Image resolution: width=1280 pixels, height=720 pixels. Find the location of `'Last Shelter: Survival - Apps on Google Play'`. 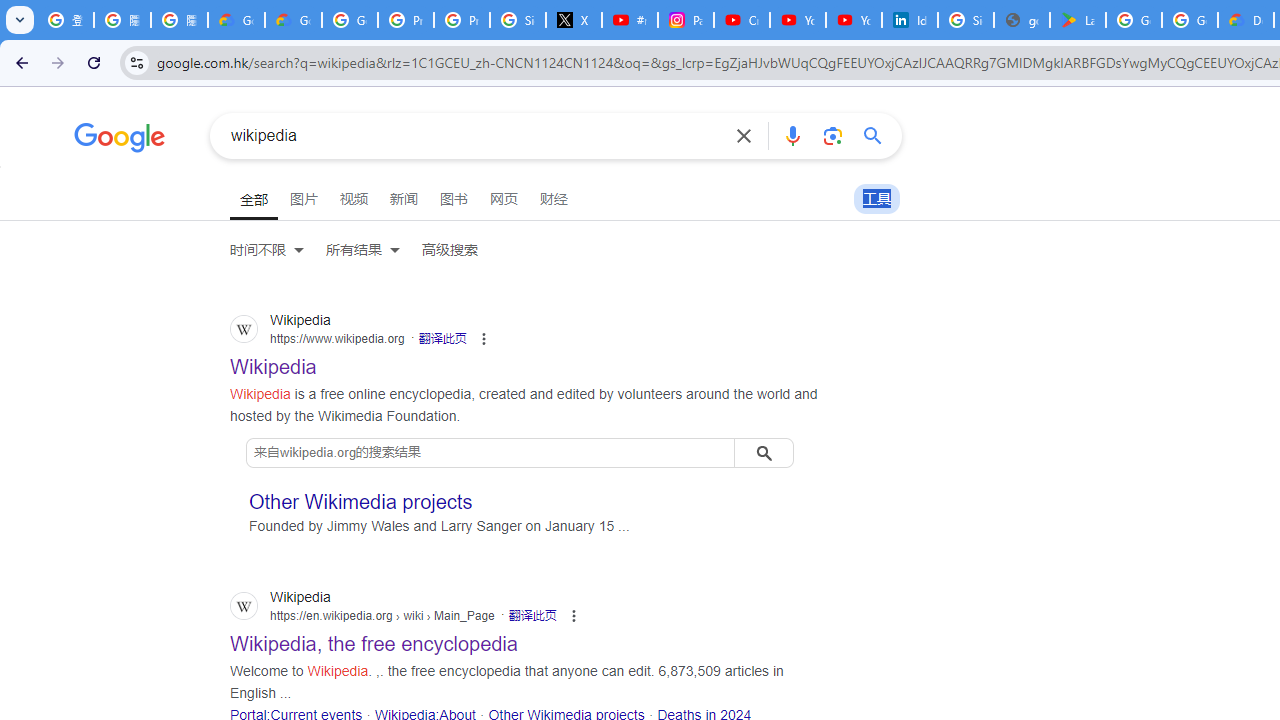

'Last Shelter: Survival - Apps on Google Play' is located at coordinates (1076, 20).